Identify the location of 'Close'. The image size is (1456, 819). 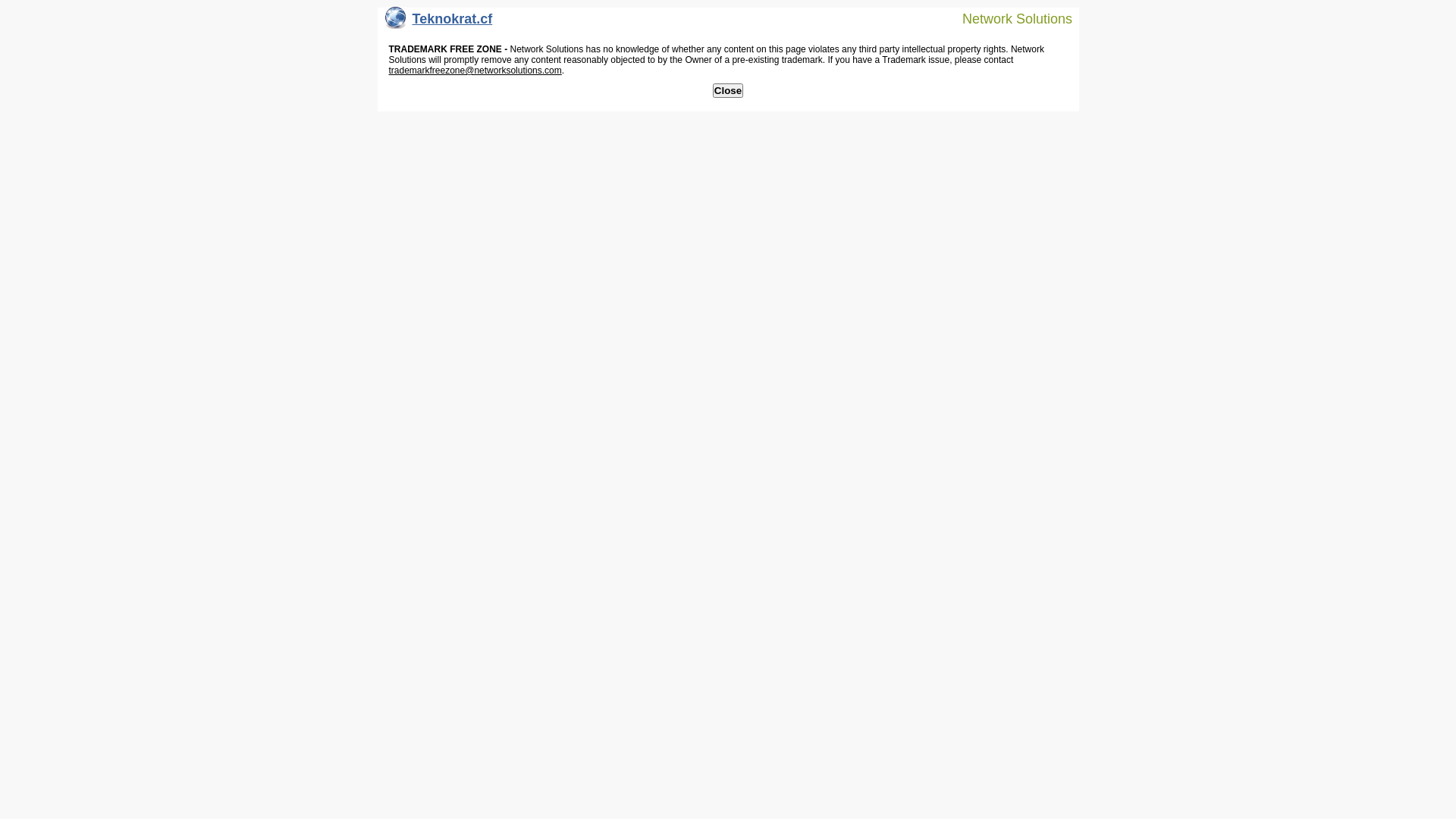
(728, 90).